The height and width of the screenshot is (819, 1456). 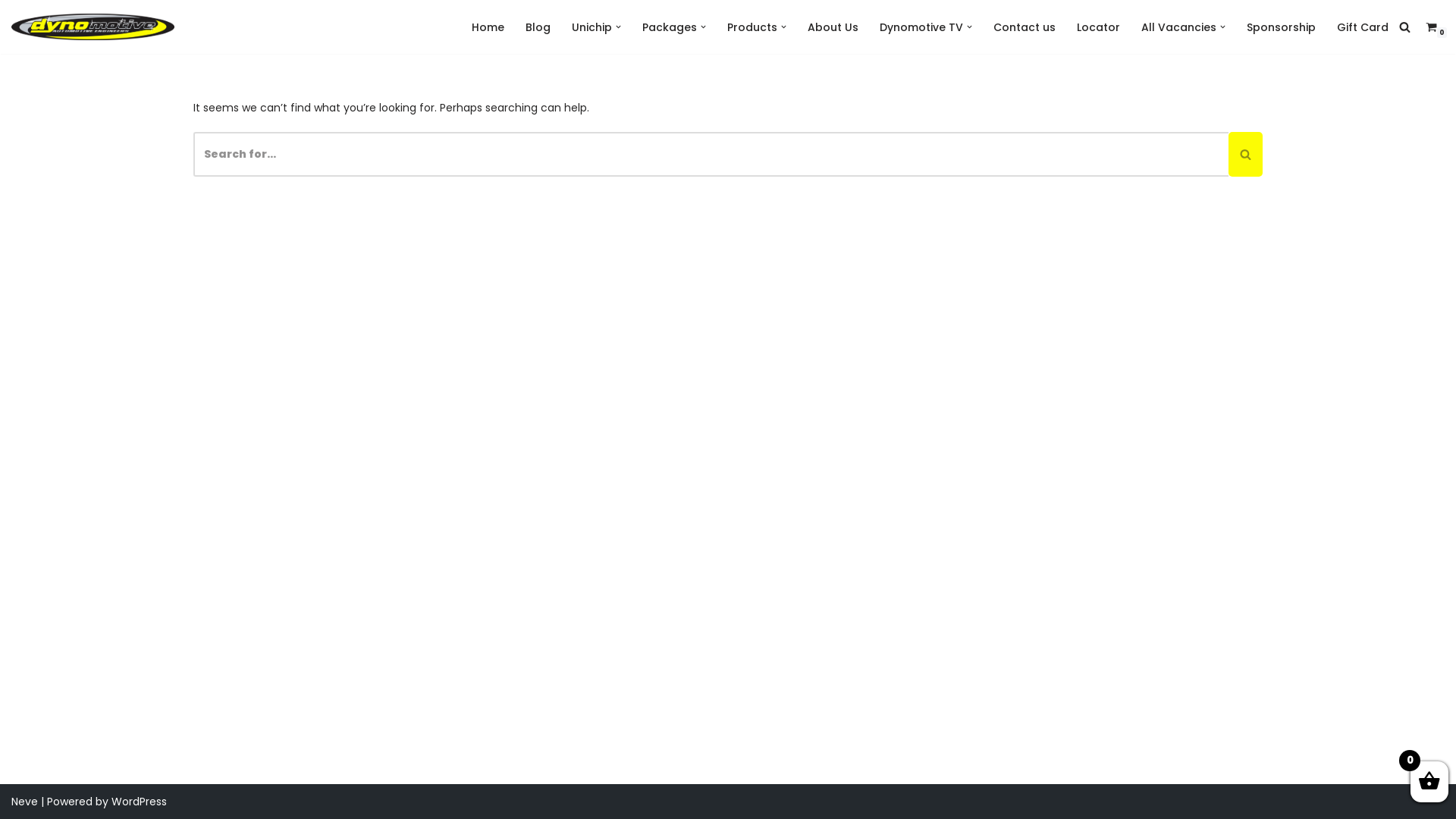 What do you see at coordinates (669, 27) in the screenshot?
I see `'Packages'` at bounding box center [669, 27].